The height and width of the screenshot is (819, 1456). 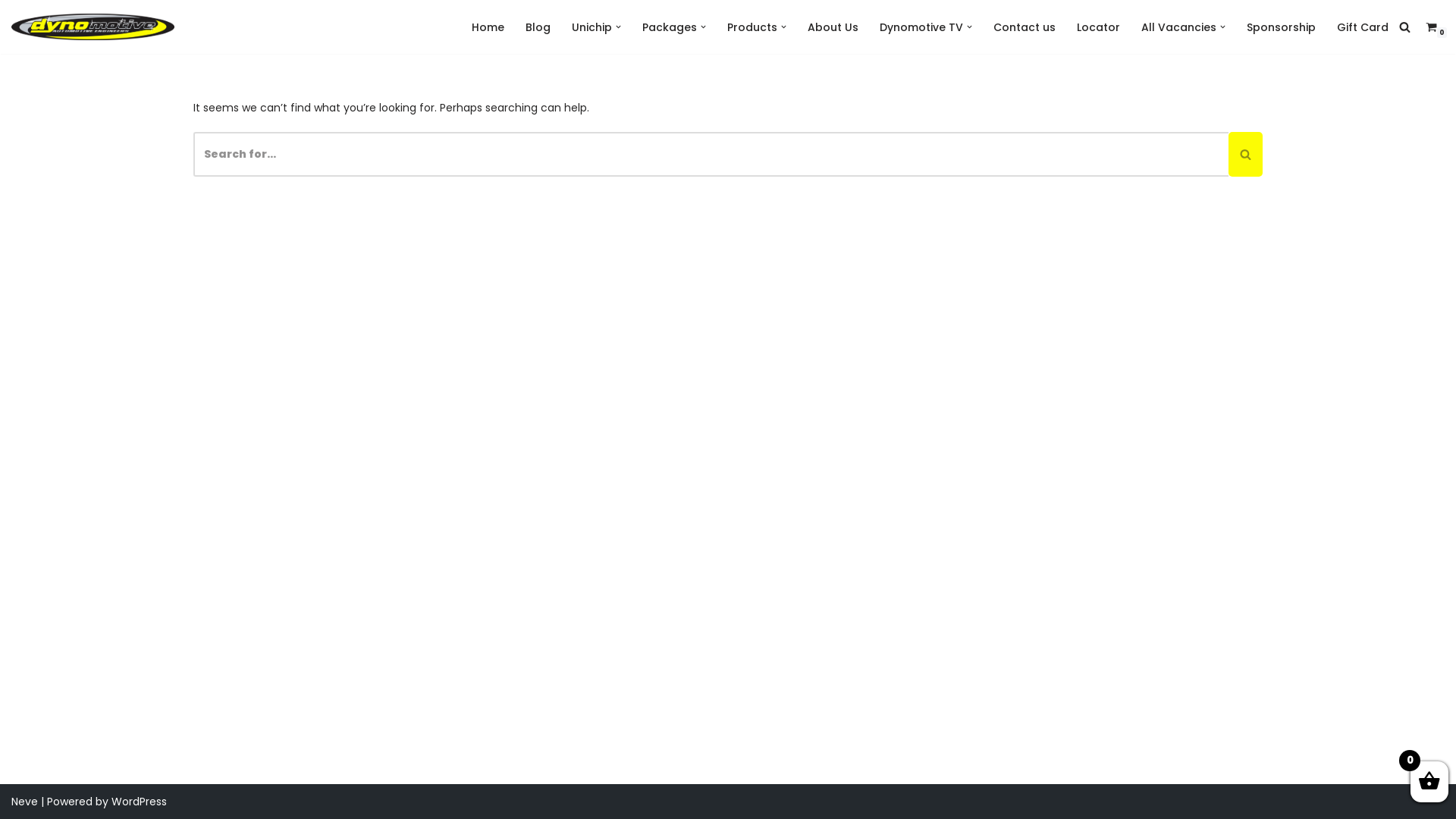 What do you see at coordinates (669, 27) in the screenshot?
I see `'Packages'` at bounding box center [669, 27].